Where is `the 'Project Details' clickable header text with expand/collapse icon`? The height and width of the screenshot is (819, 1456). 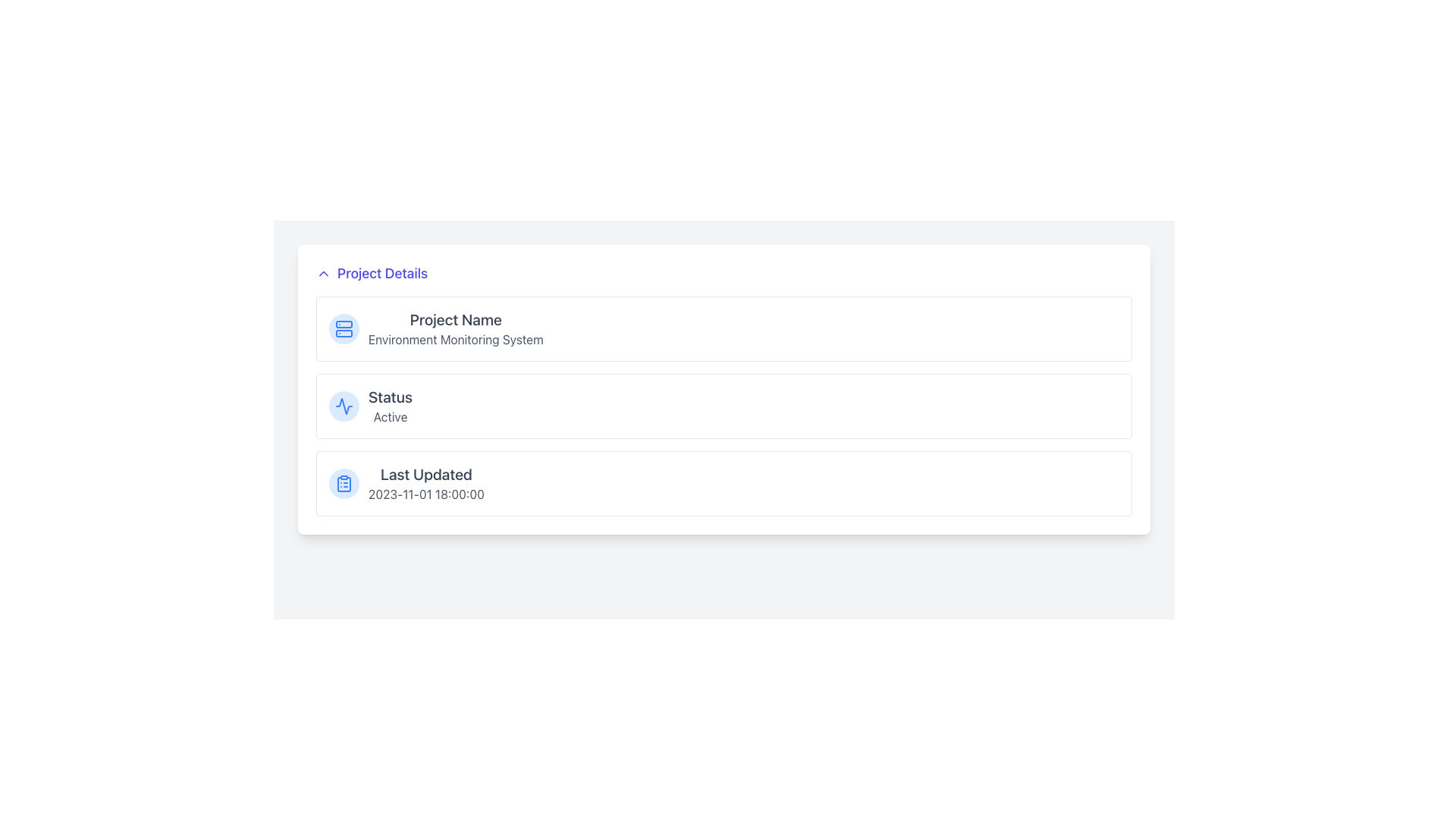 the 'Project Details' clickable header text with expand/collapse icon is located at coordinates (372, 274).